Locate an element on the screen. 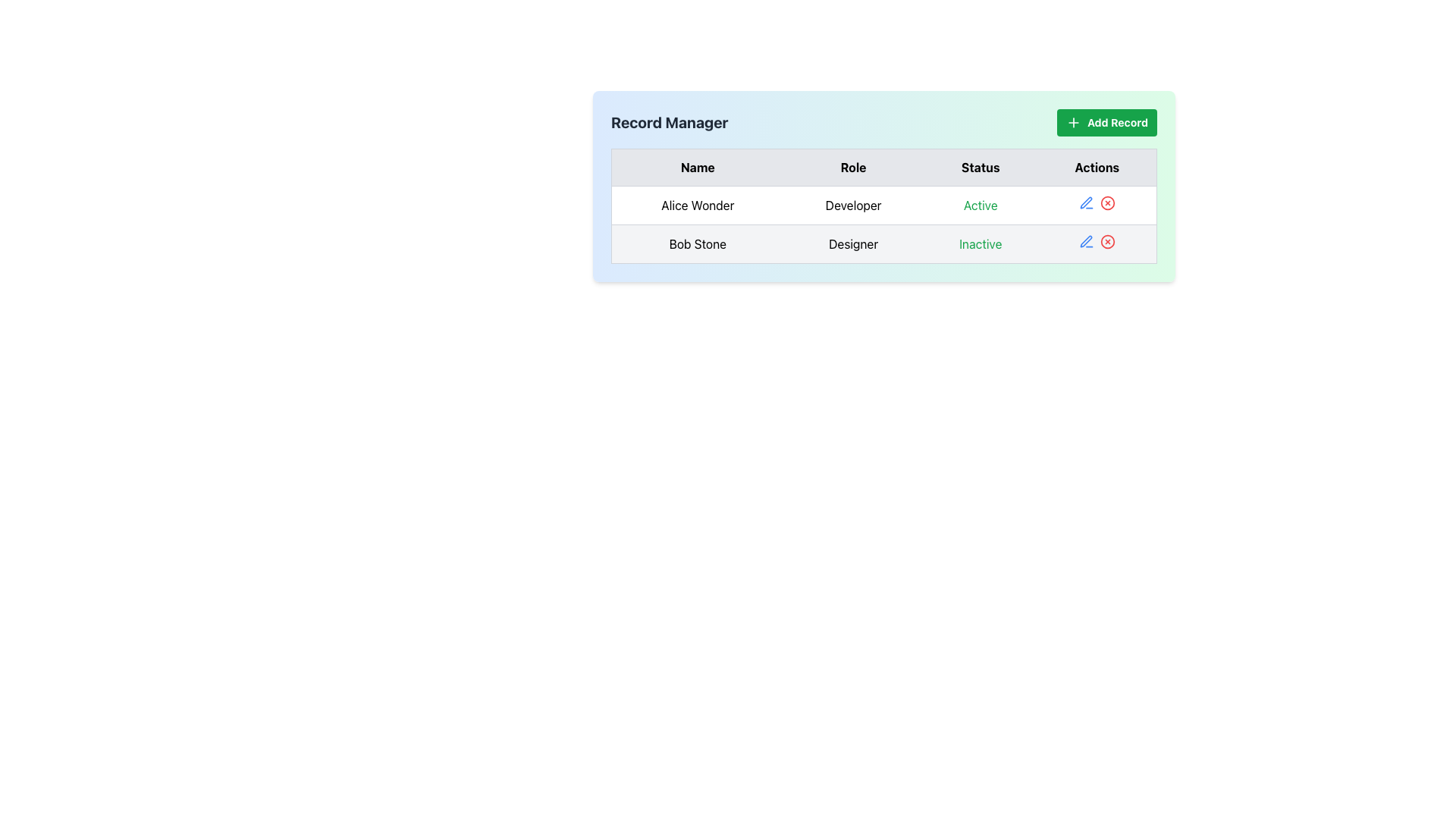 The width and height of the screenshot is (1456, 819). the text label element that indicates the status 'Active' for the user 'Alice Wonder', located in the 'Status' column of the table is located at coordinates (981, 205).